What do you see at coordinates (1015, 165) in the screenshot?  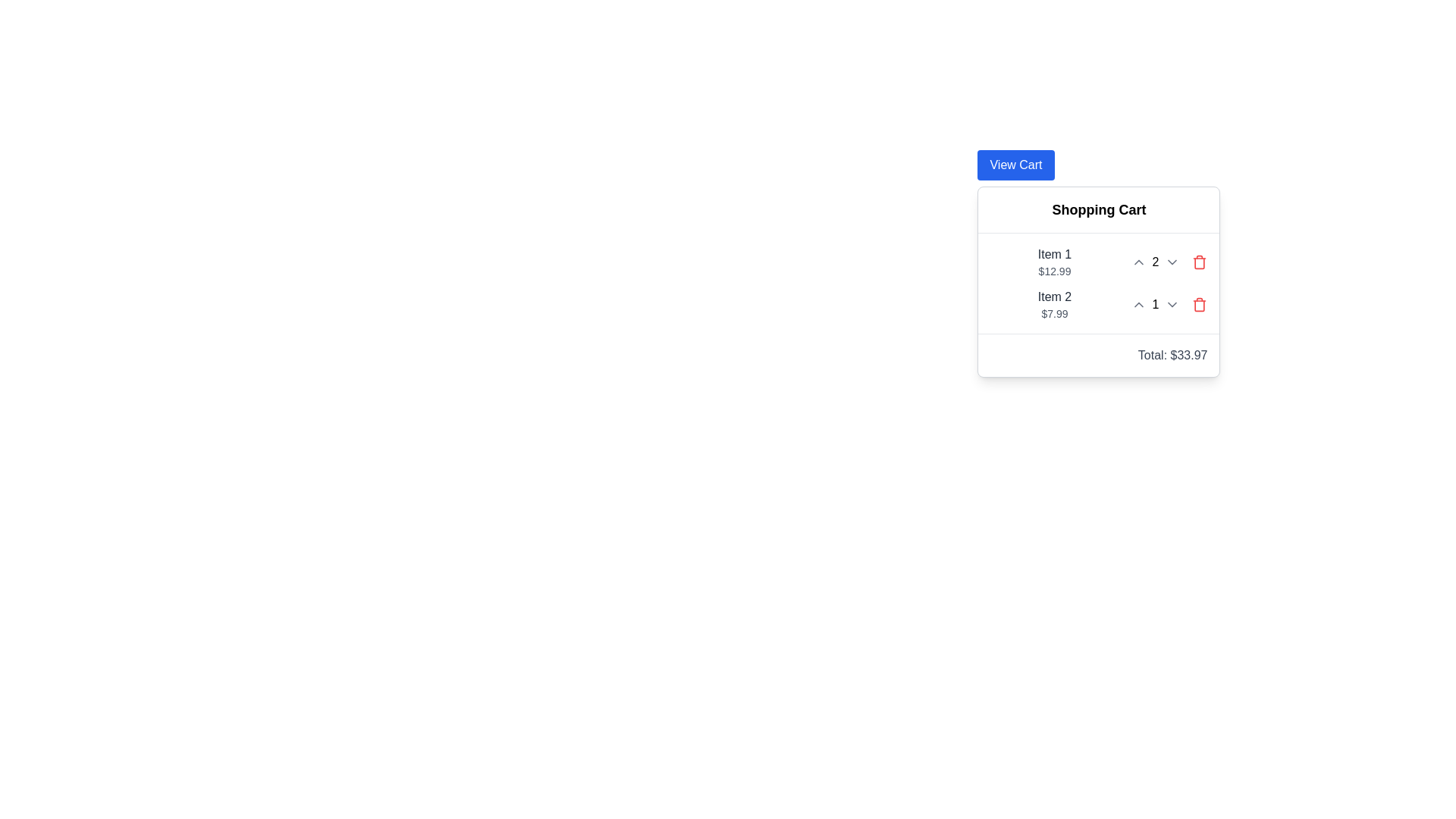 I see `the 'View Cart' button, which has a blue filled background and white text` at bounding box center [1015, 165].